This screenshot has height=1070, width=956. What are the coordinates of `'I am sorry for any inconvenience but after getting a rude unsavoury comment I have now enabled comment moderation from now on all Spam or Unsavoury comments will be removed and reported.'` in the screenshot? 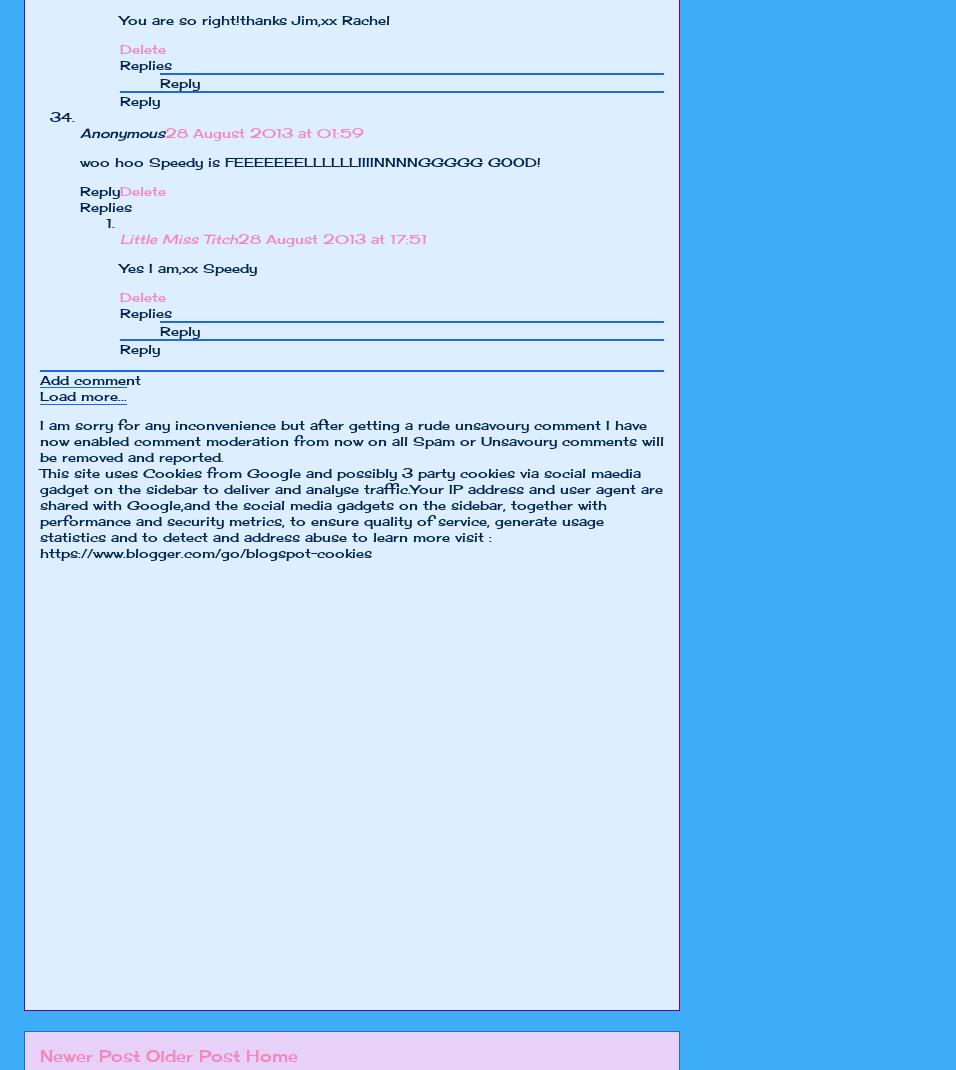 It's located at (350, 439).